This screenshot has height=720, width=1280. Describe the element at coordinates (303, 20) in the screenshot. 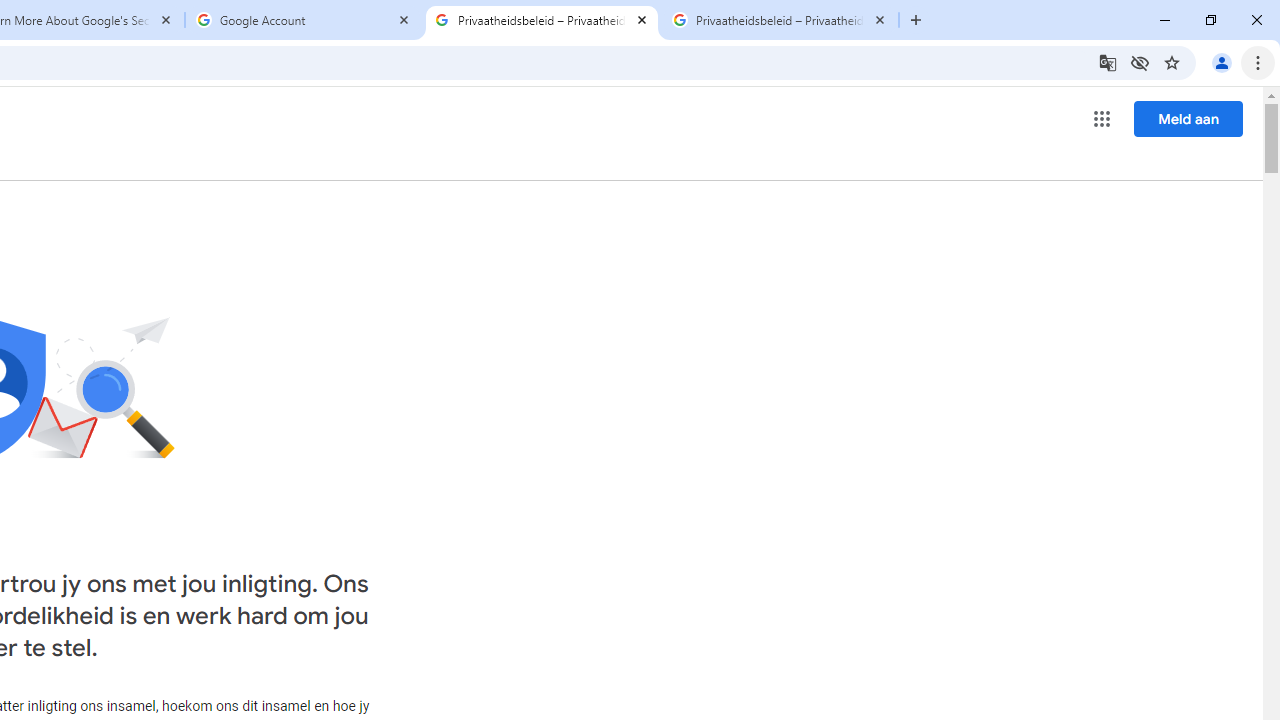

I see `'Google Account'` at that location.